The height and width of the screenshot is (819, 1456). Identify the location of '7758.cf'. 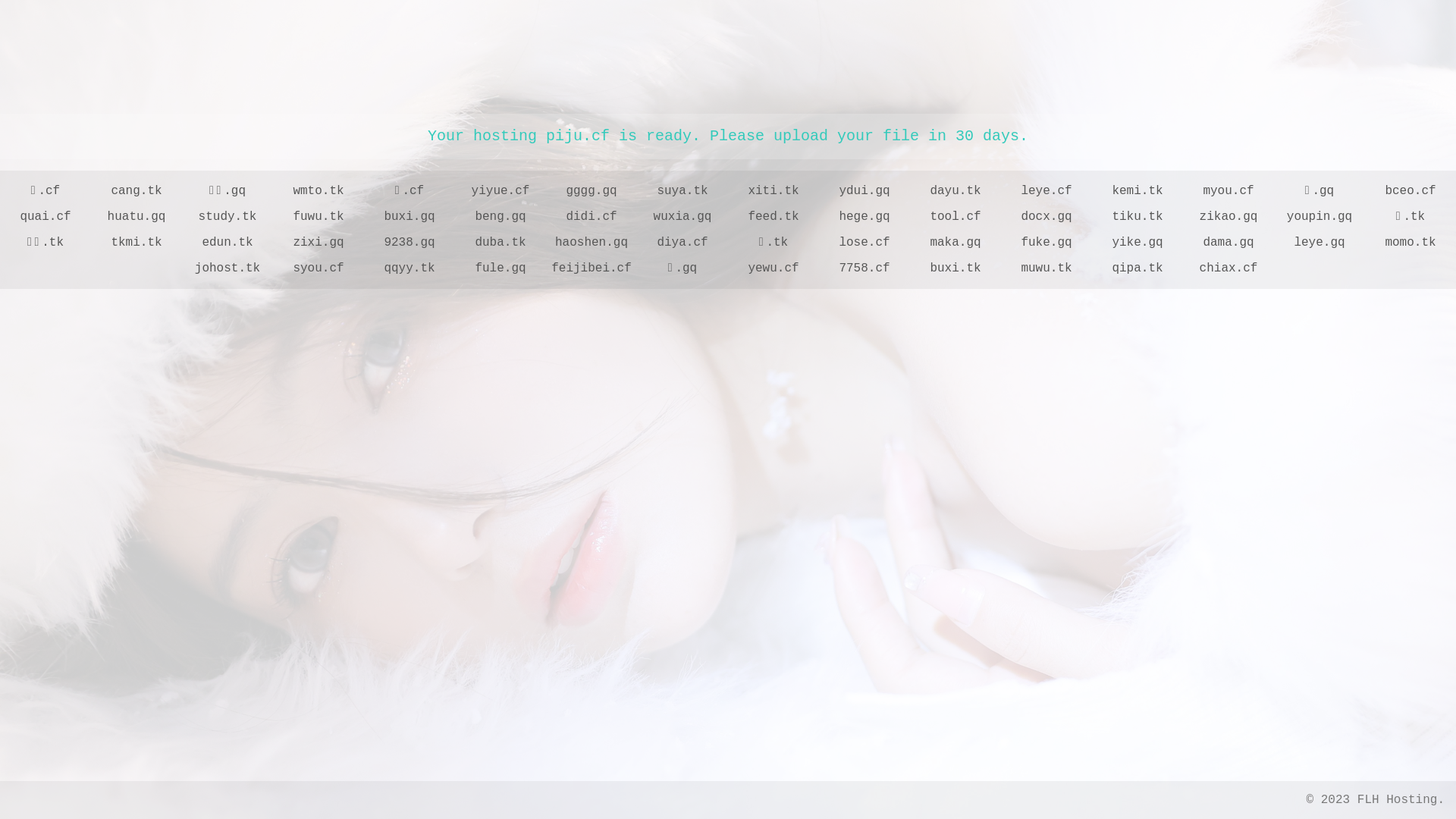
(864, 268).